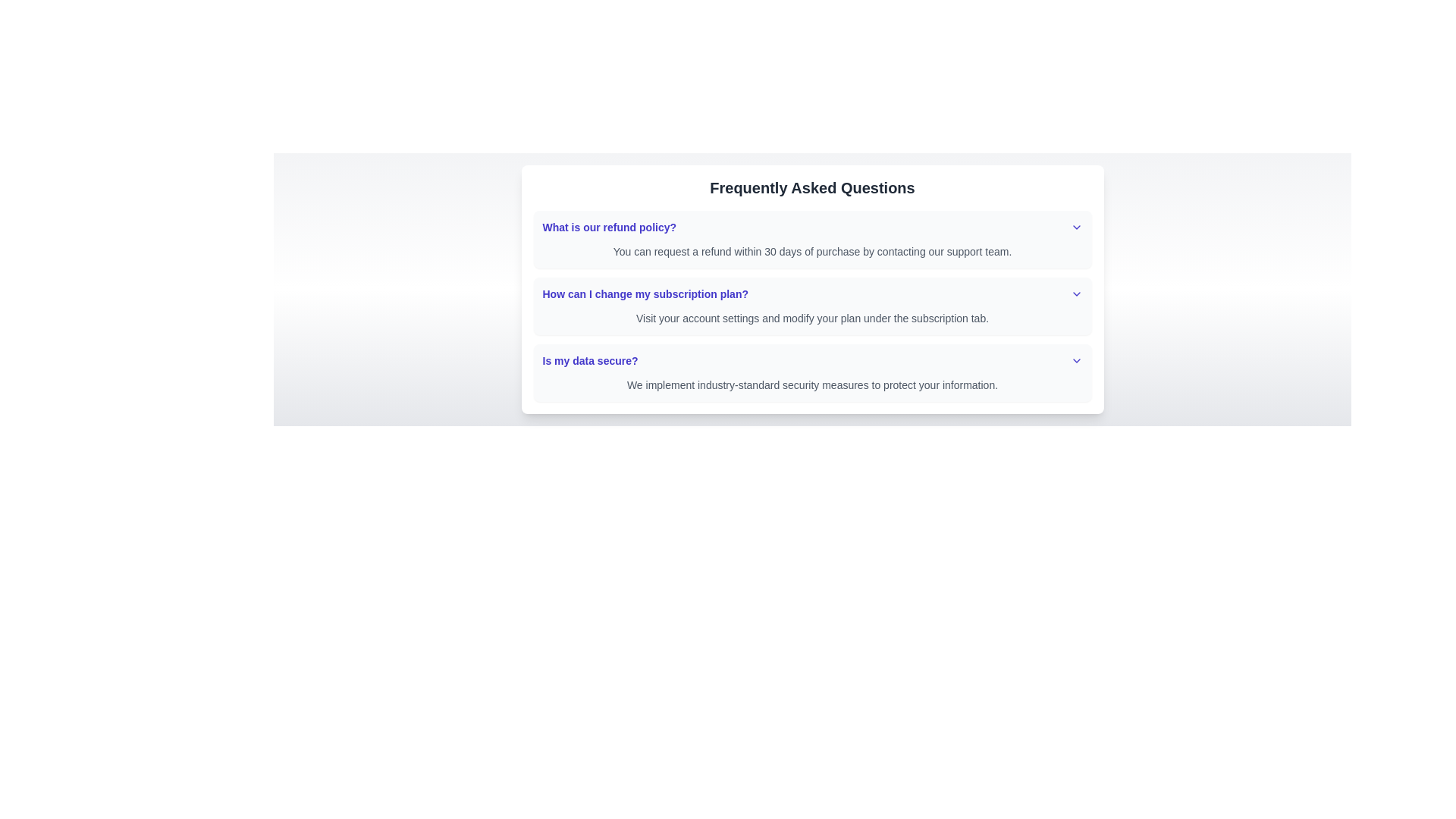 This screenshot has height=819, width=1456. I want to click on the second Collapsible FAQ item that addresses 'How can I change my subscription plan?', so click(811, 289).